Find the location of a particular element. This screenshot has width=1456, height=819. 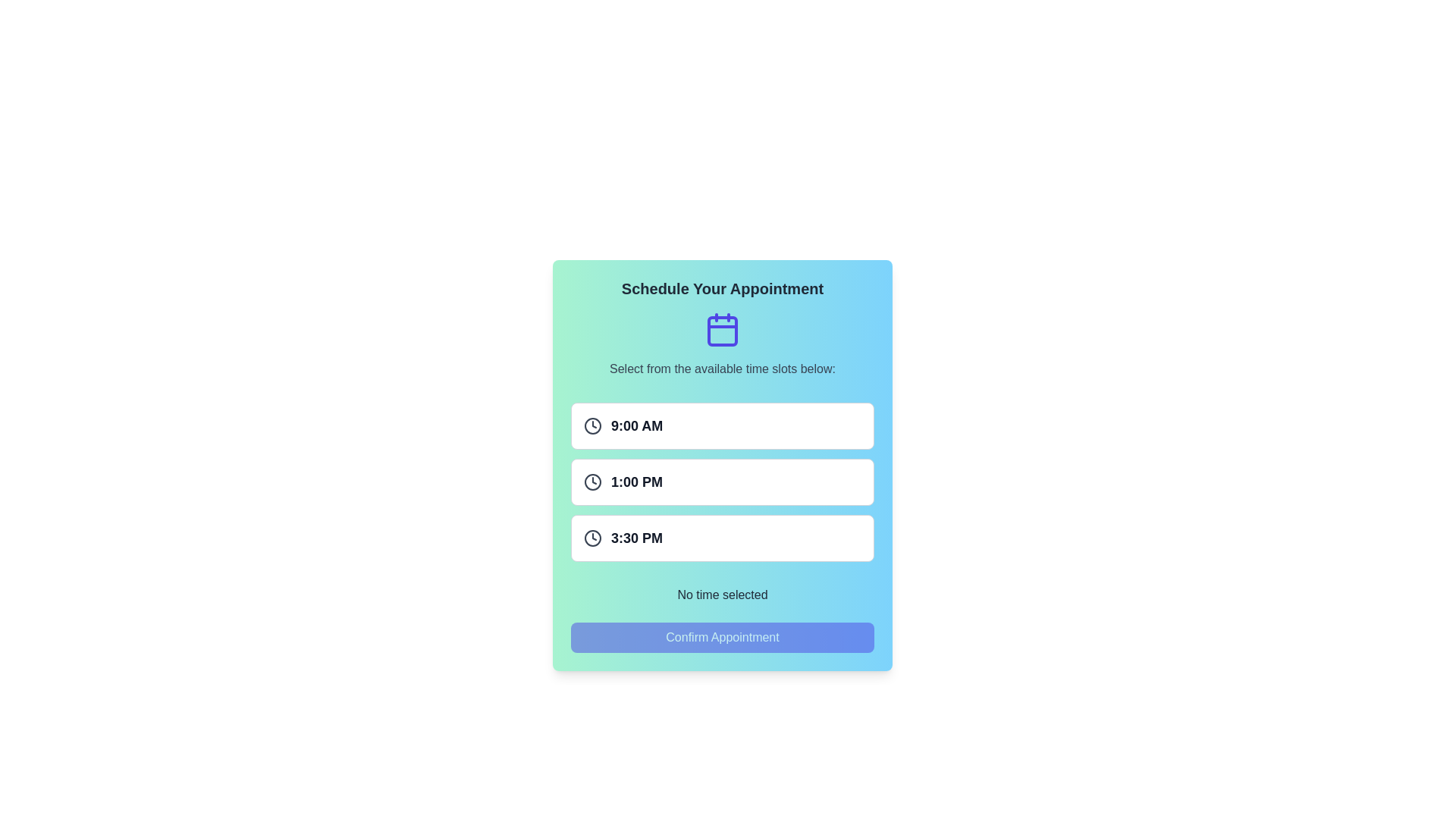

the circular clock icon, which is styled with a border and clock hands, located to the left of the text '1:00 PM' is located at coordinates (592, 482).